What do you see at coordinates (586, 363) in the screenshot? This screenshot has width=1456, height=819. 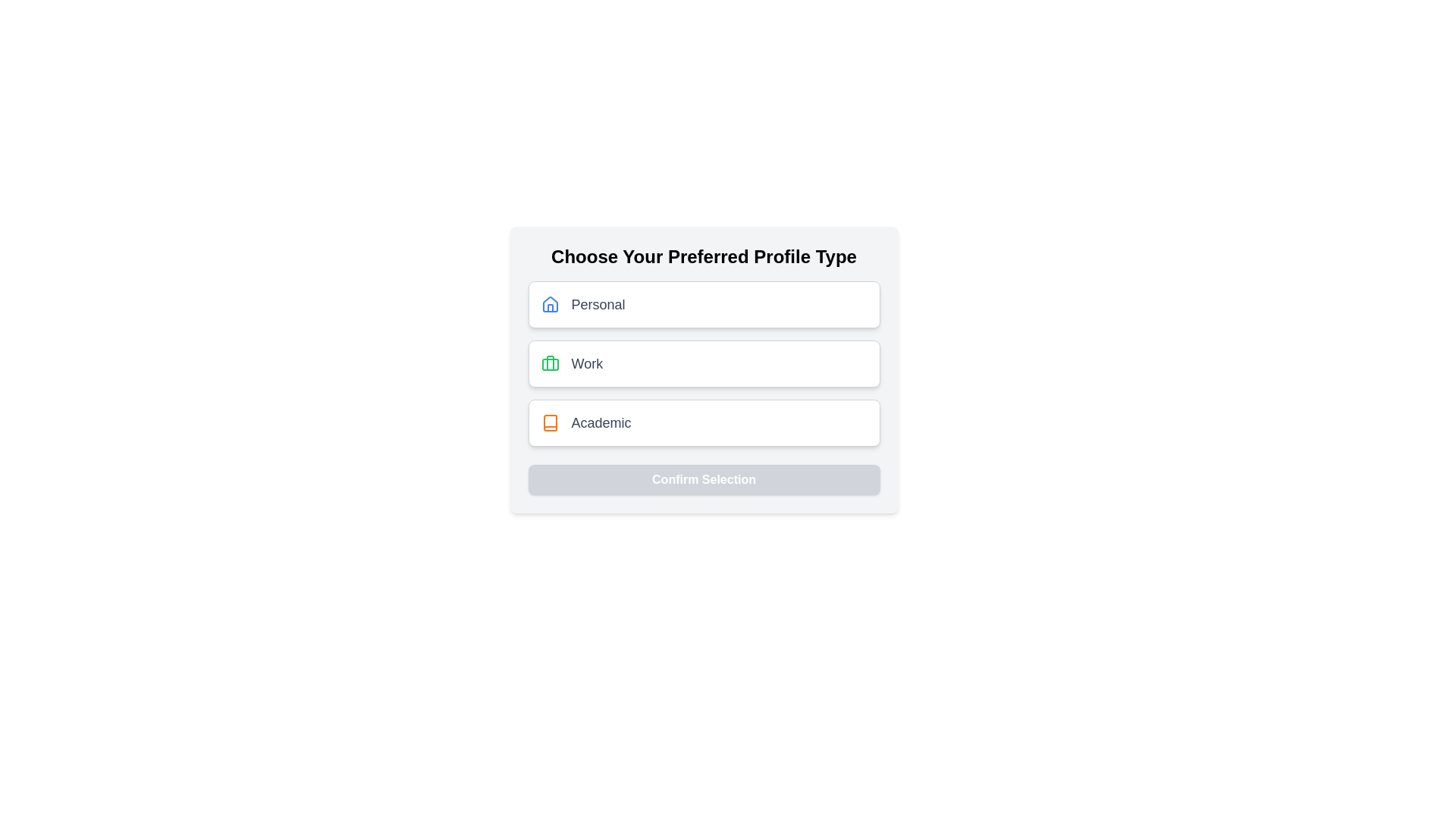 I see `the static text label that describes the associated option 'Work' in the selection process` at bounding box center [586, 363].